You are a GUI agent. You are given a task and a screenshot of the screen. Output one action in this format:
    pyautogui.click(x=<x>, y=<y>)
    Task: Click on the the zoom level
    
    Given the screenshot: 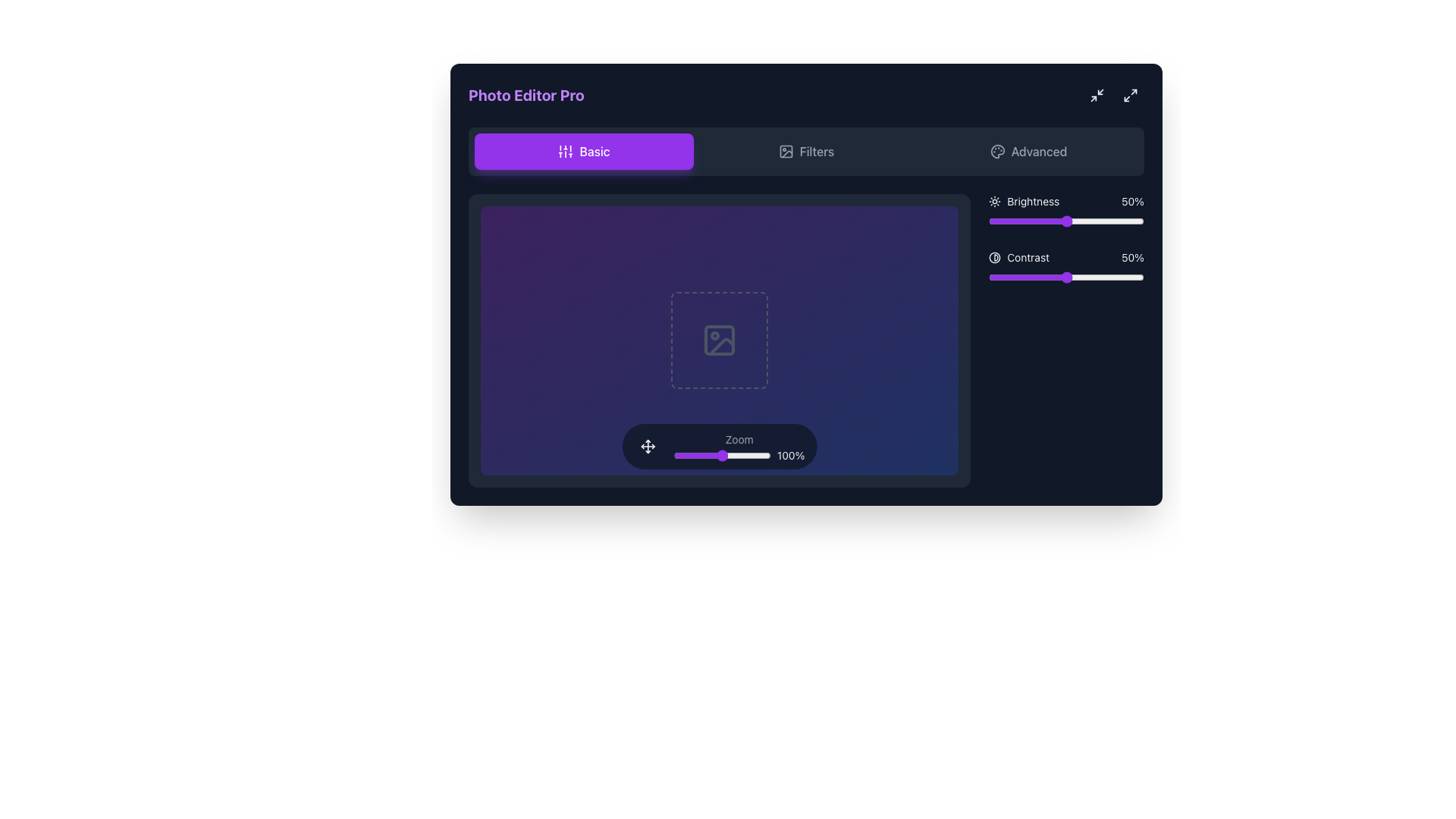 What is the action you would take?
    pyautogui.click(x=745, y=454)
    